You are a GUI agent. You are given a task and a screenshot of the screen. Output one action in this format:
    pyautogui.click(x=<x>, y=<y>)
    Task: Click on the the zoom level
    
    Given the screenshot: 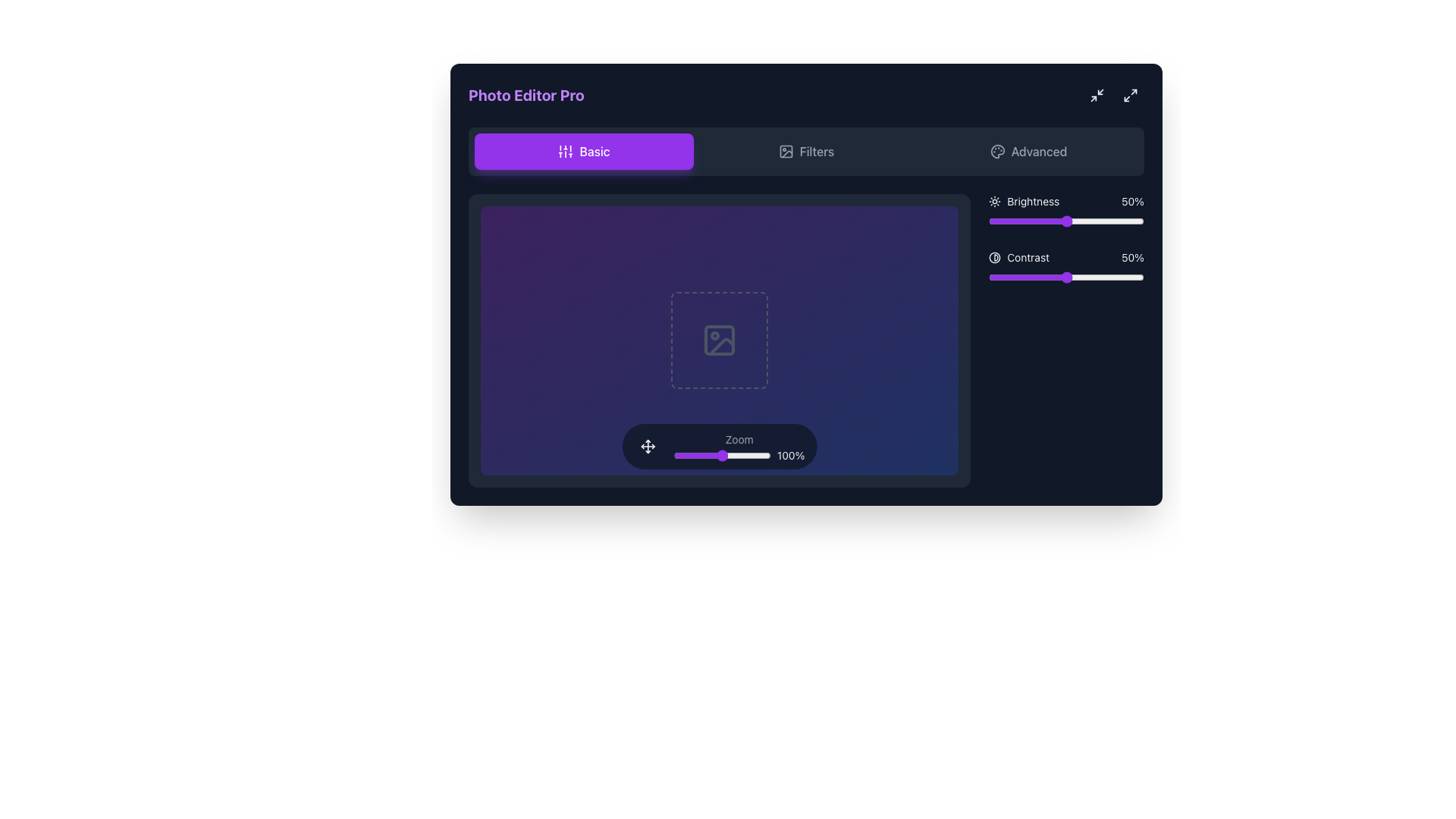 What is the action you would take?
    pyautogui.click(x=745, y=454)
    